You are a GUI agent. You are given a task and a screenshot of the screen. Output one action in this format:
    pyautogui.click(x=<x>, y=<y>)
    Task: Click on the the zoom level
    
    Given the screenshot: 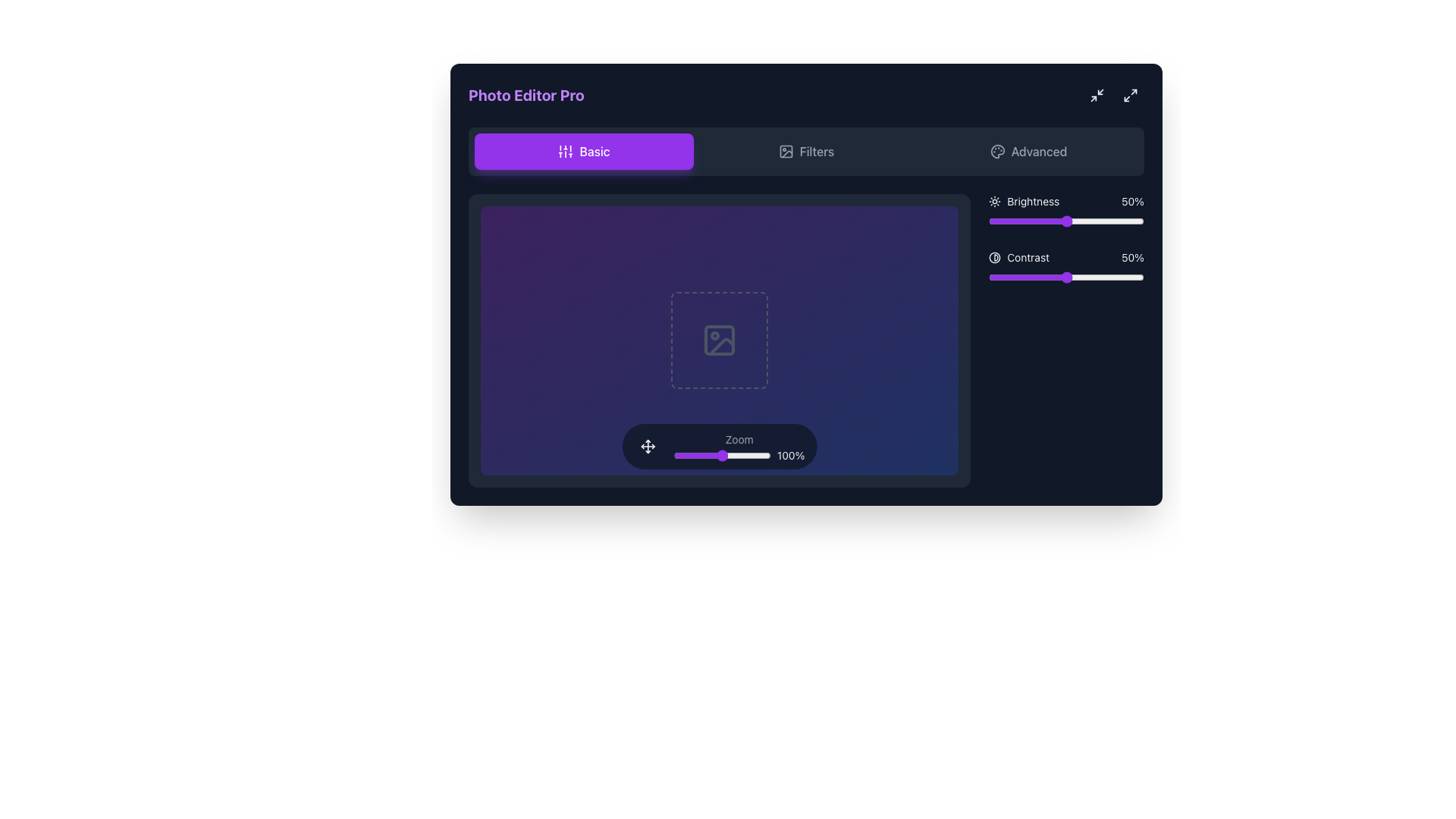 What is the action you would take?
    pyautogui.click(x=745, y=454)
    